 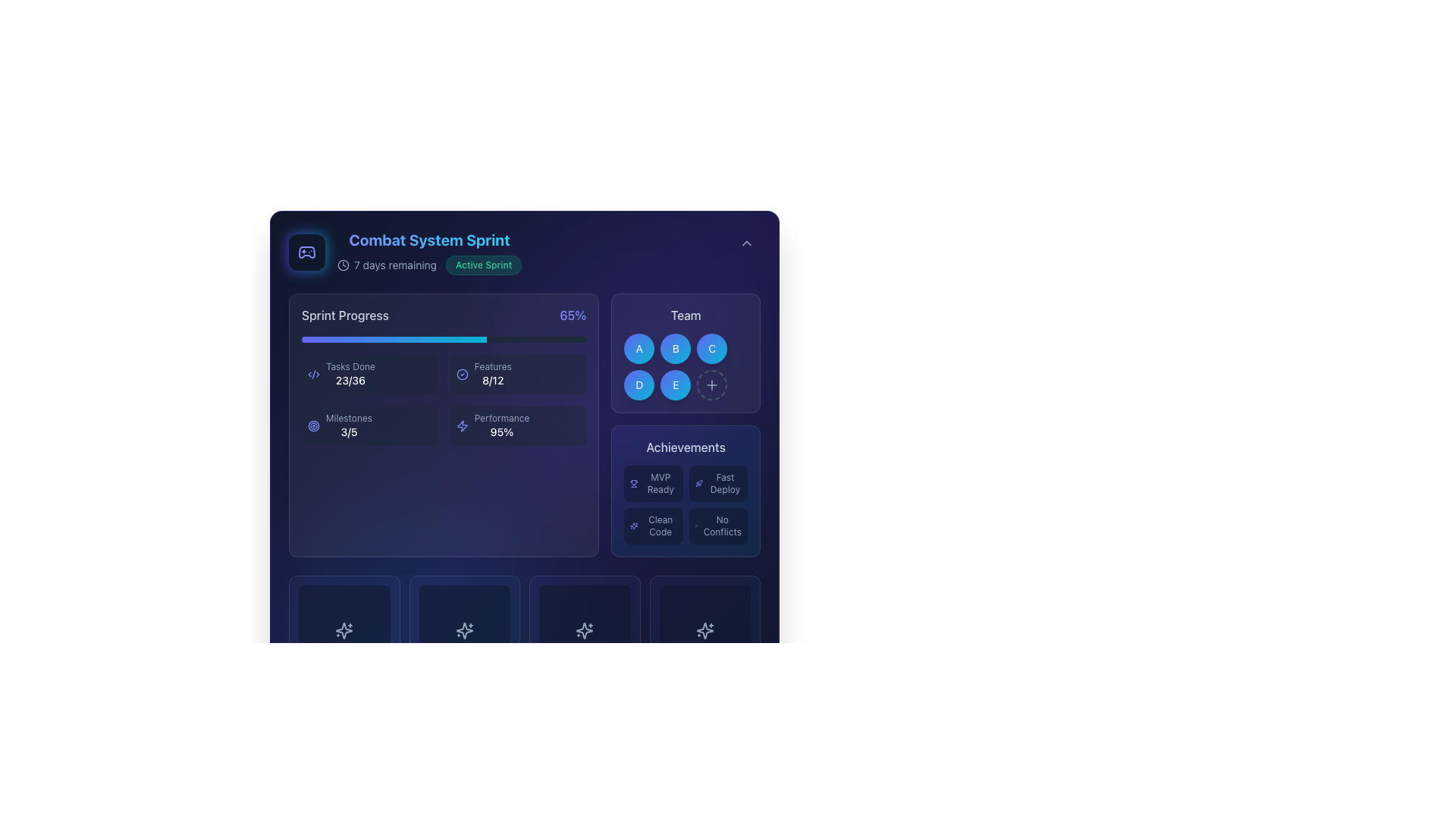 I want to click on the 'TeamABCDE' text label which serves as a header for the section identifying related contents below it, so click(x=685, y=315).